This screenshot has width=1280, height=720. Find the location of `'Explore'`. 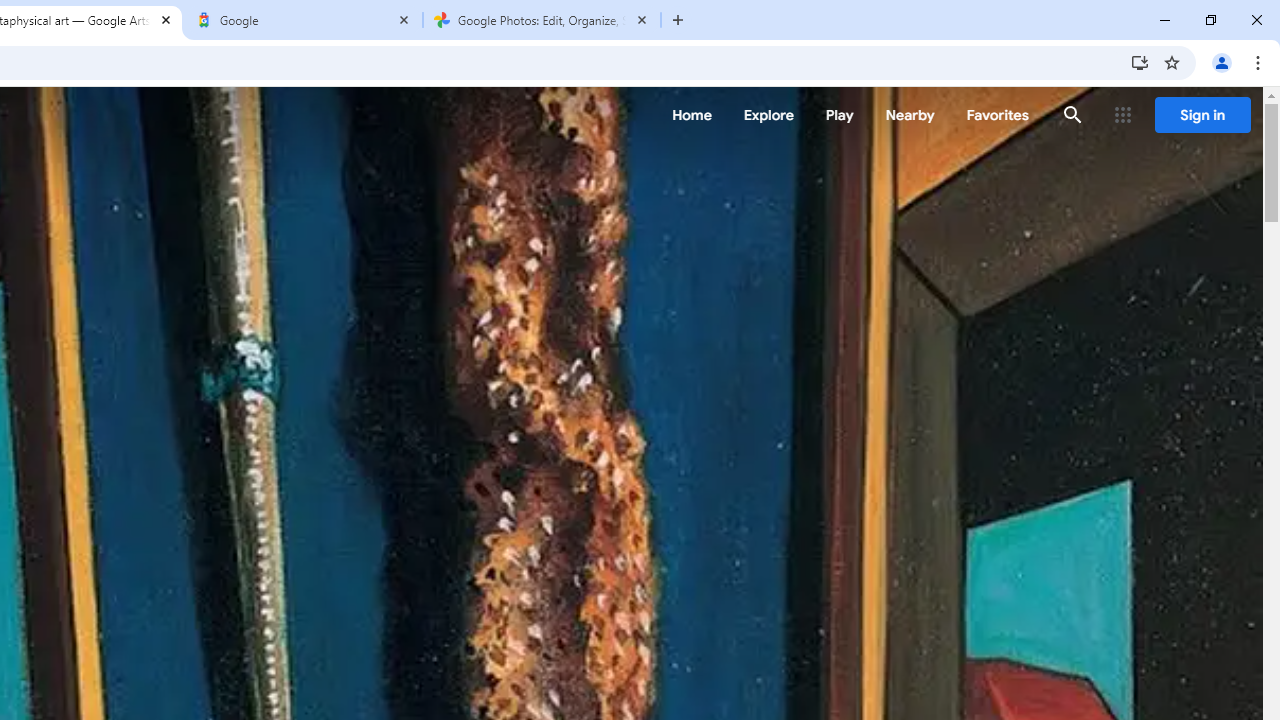

'Explore' is located at coordinates (767, 115).